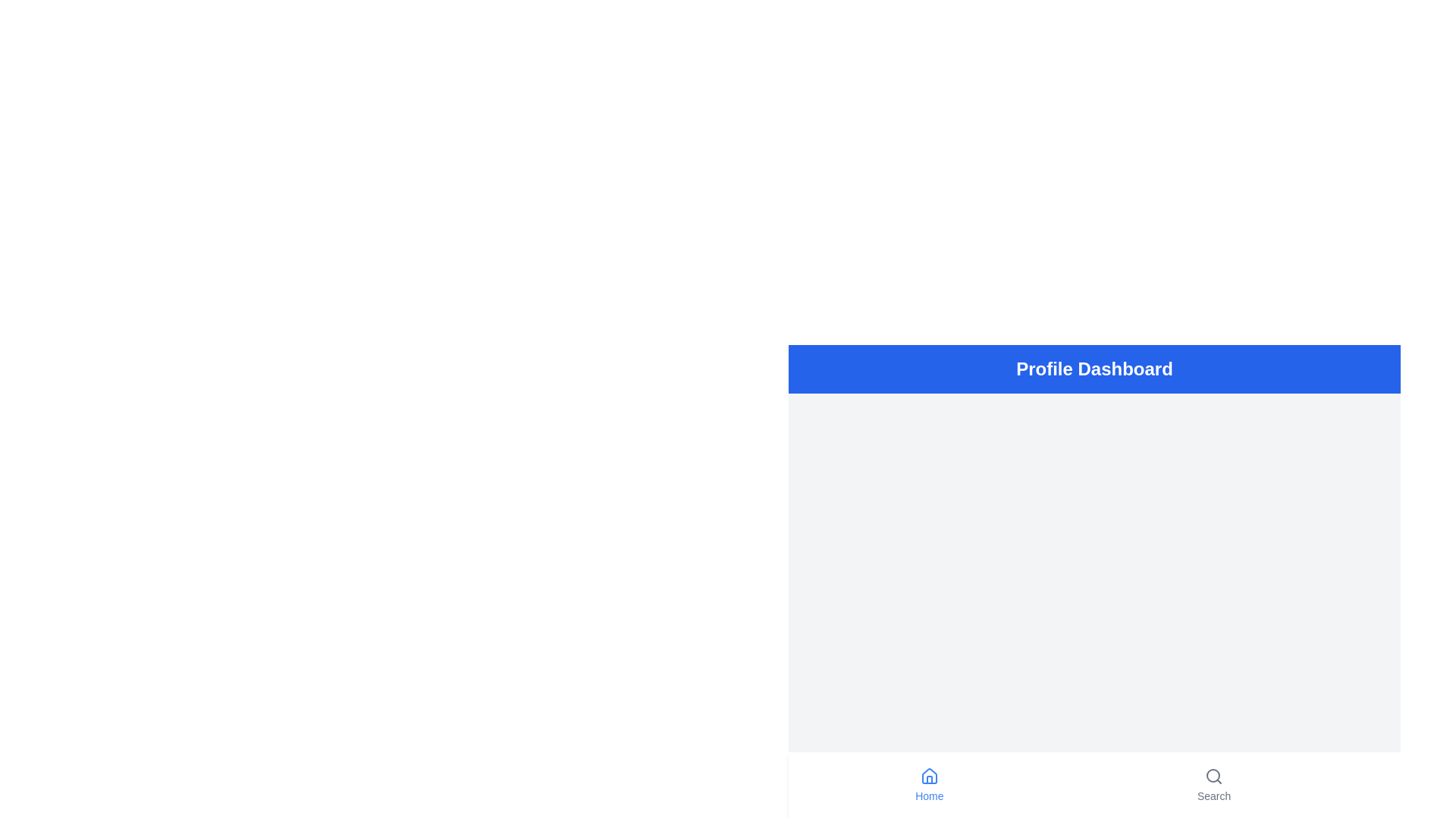 The width and height of the screenshot is (1456, 819). I want to click on the navigation button located at the bottom navigation bar, which is the first item from the left, so click(928, 785).